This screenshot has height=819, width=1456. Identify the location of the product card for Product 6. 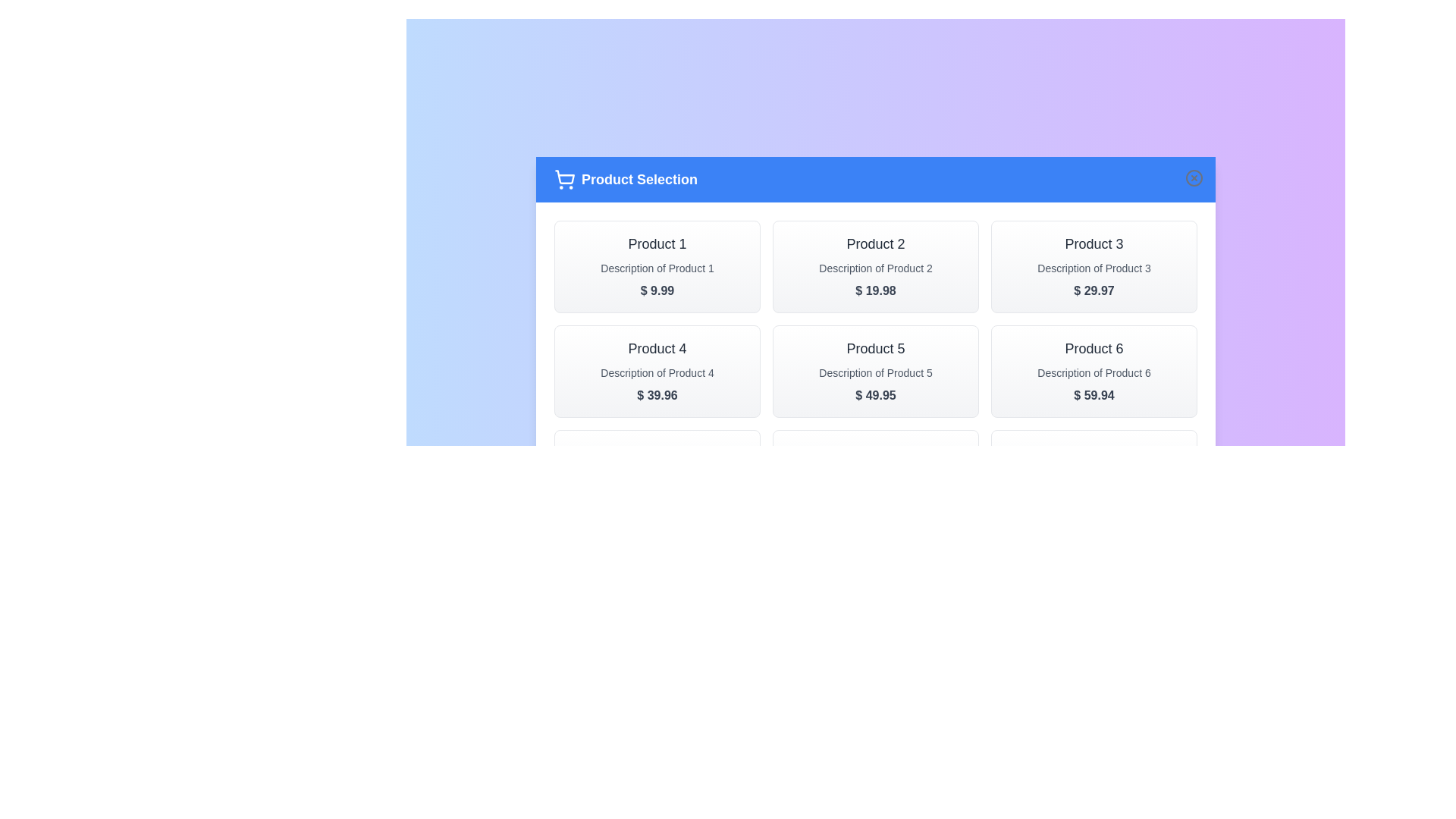
(1094, 371).